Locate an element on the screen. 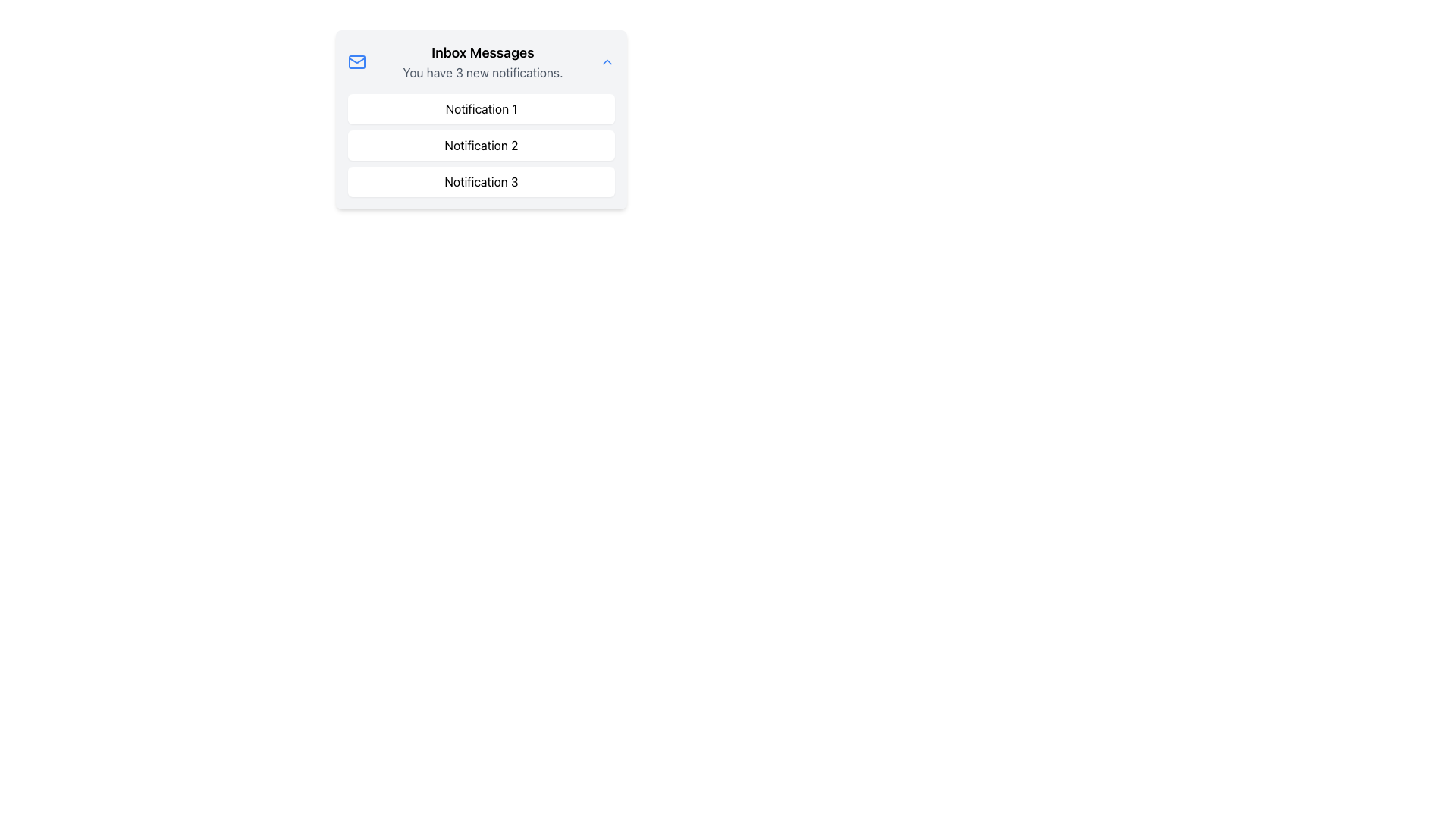  the first notification item labeled 'Notification 1' in the Inbox Messages panel is located at coordinates (480, 108).